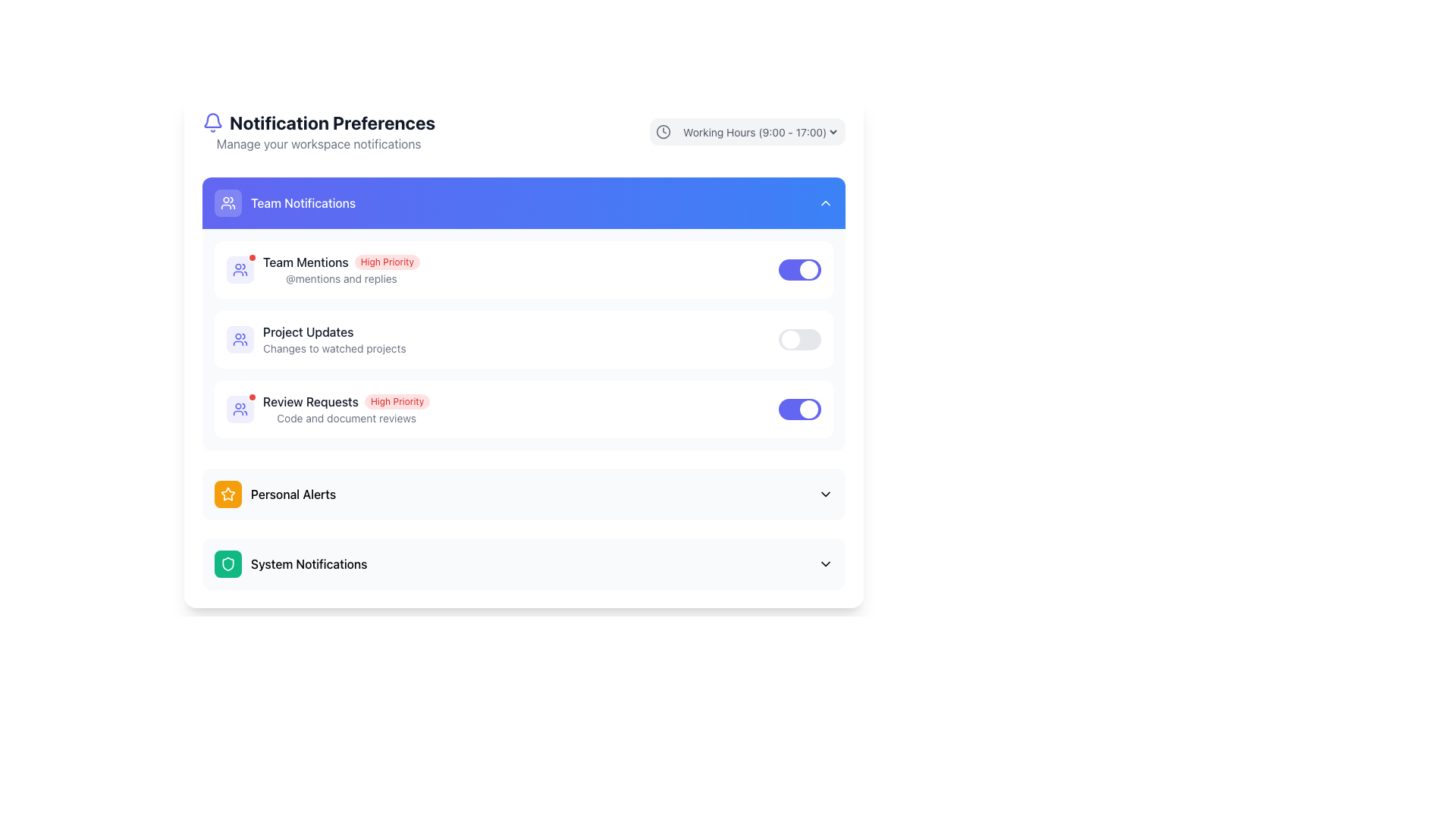 Image resolution: width=1456 pixels, height=819 pixels. Describe the element at coordinates (252, 256) in the screenshot. I see `the status indicator located at the top-right corner of the Team Notifications group in the Team Mentions section` at that location.